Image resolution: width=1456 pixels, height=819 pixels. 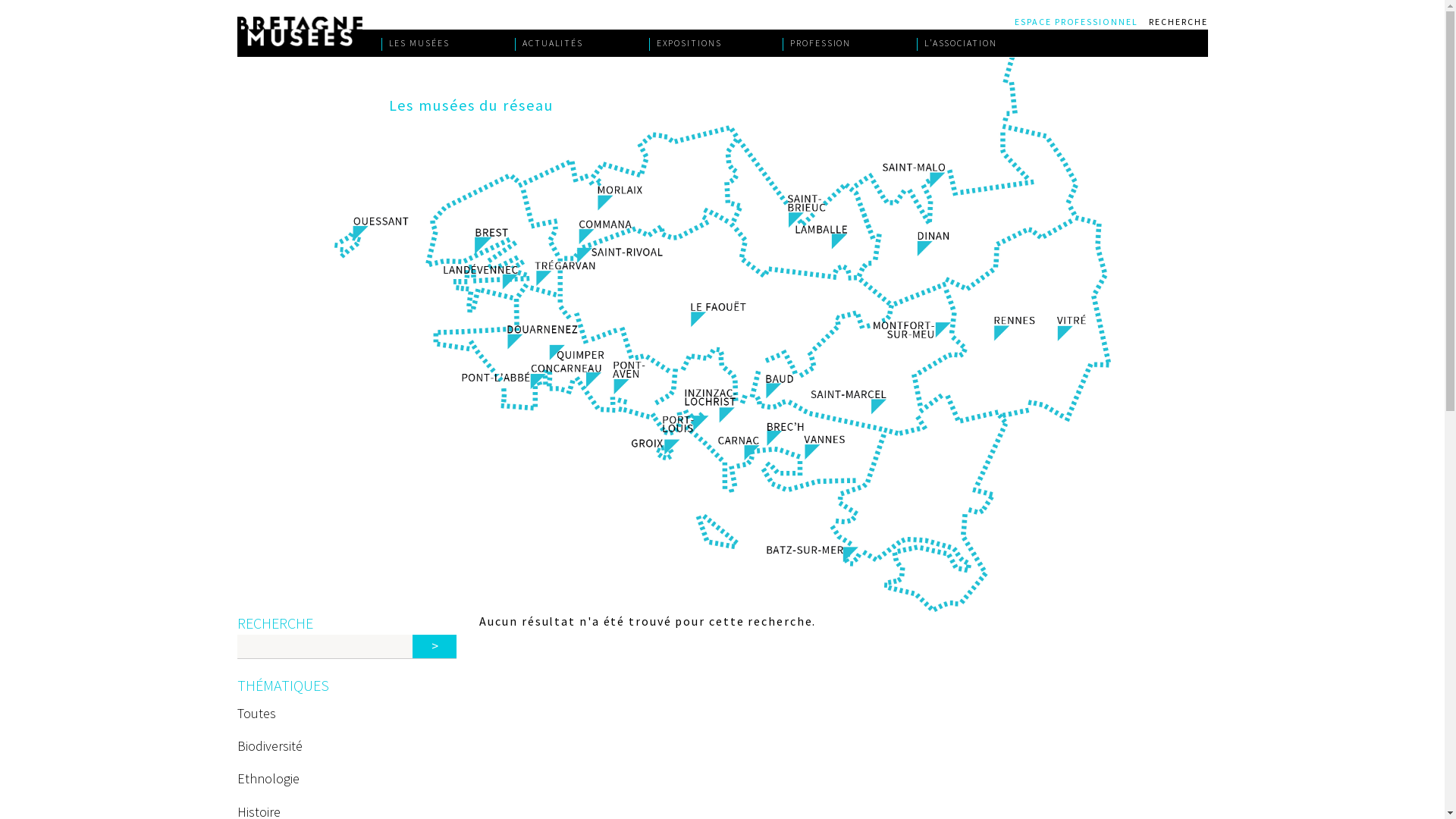 What do you see at coordinates (1079, 20) in the screenshot?
I see `'ESPACE PROFESSIONNEL'` at bounding box center [1079, 20].